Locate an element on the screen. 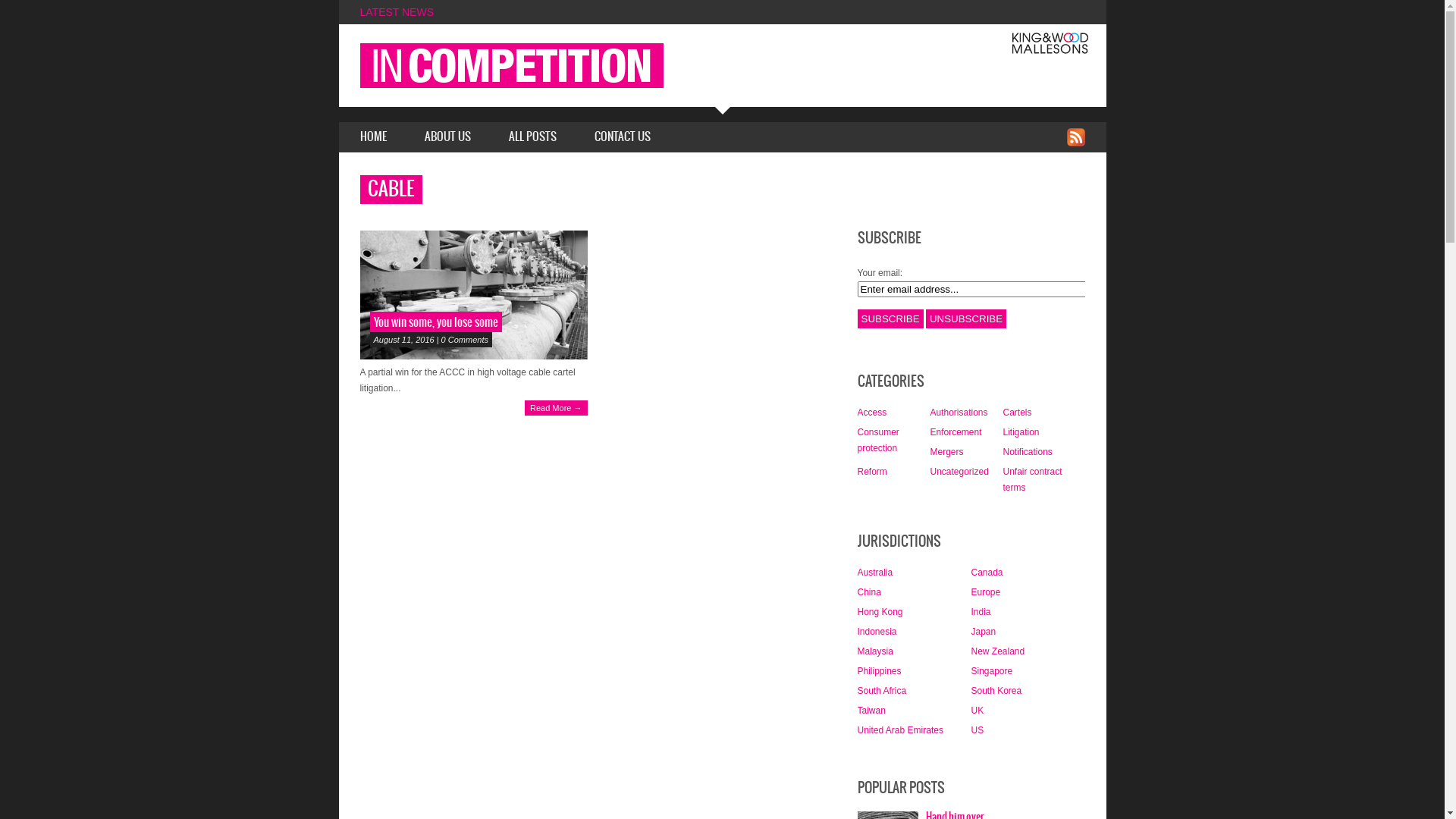  'ALL POSTS' is located at coordinates (532, 137).